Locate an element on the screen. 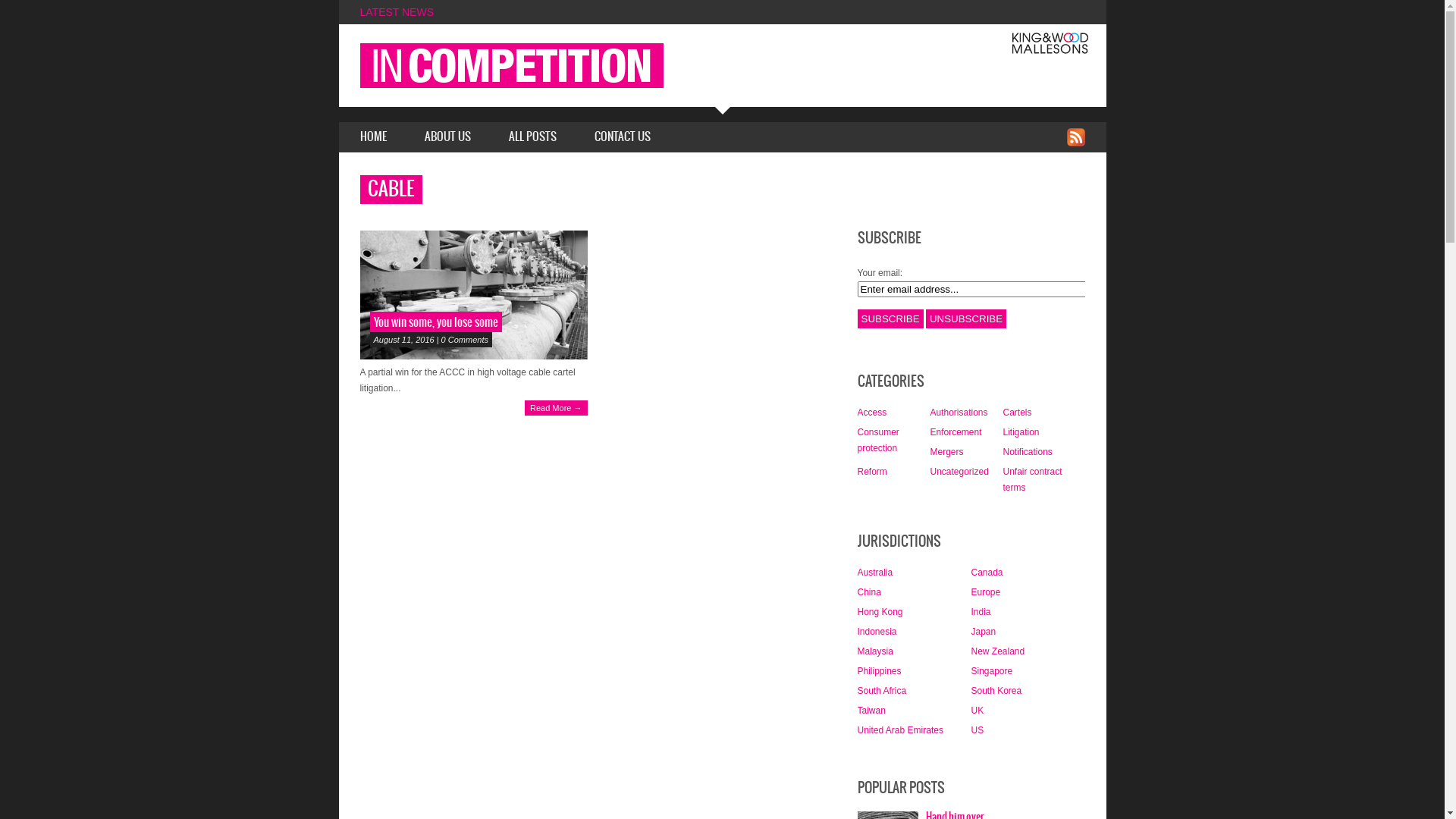  'ALL POSTS' is located at coordinates (532, 137).